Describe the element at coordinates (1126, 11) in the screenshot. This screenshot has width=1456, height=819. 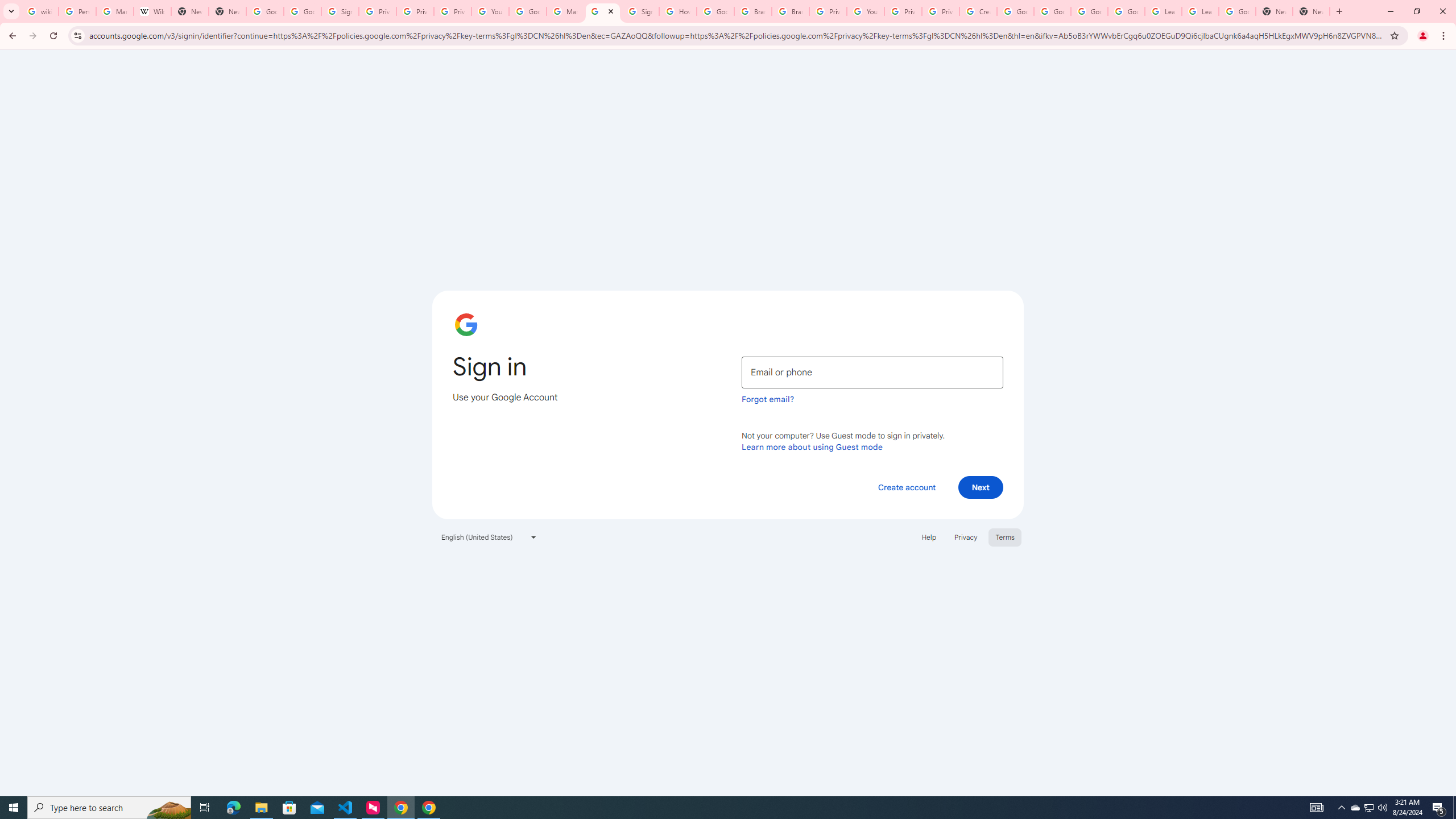
I see `'Google Account Help'` at that location.